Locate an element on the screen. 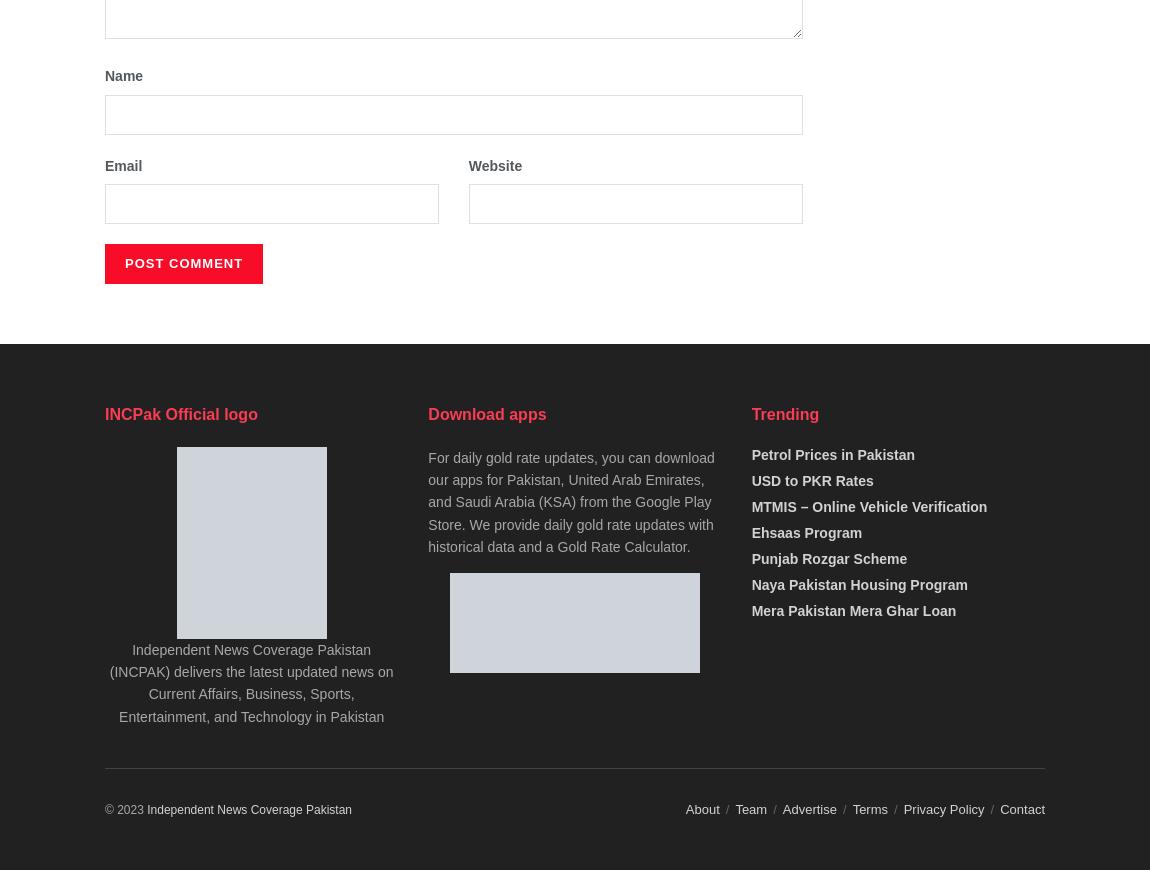 Image resolution: width=1150 pixels, height=870 pixels. '© 2023' is located at coordinates (125, 809).